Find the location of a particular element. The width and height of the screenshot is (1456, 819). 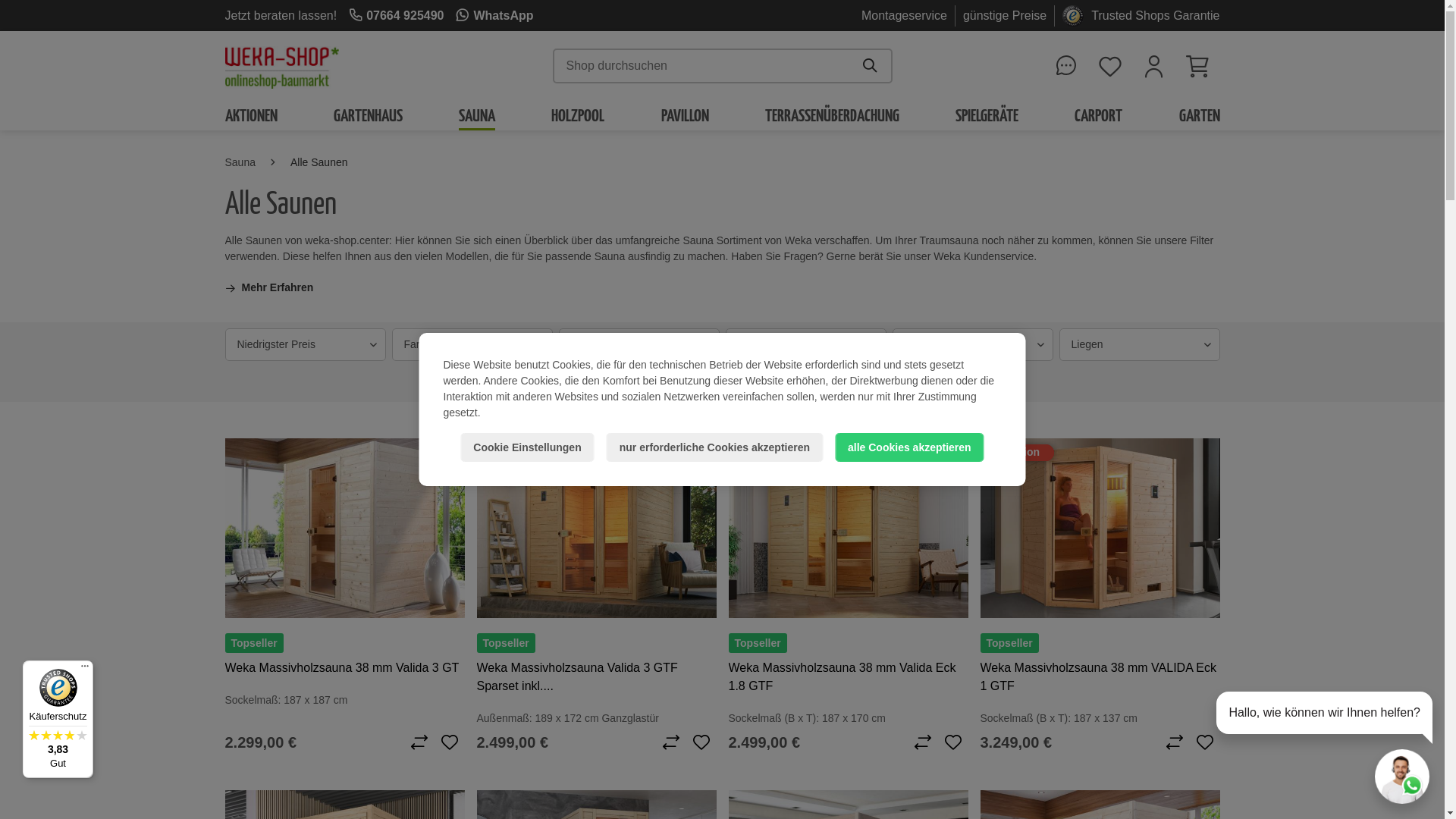

'Sauna' is located at coordinates (239, 162).